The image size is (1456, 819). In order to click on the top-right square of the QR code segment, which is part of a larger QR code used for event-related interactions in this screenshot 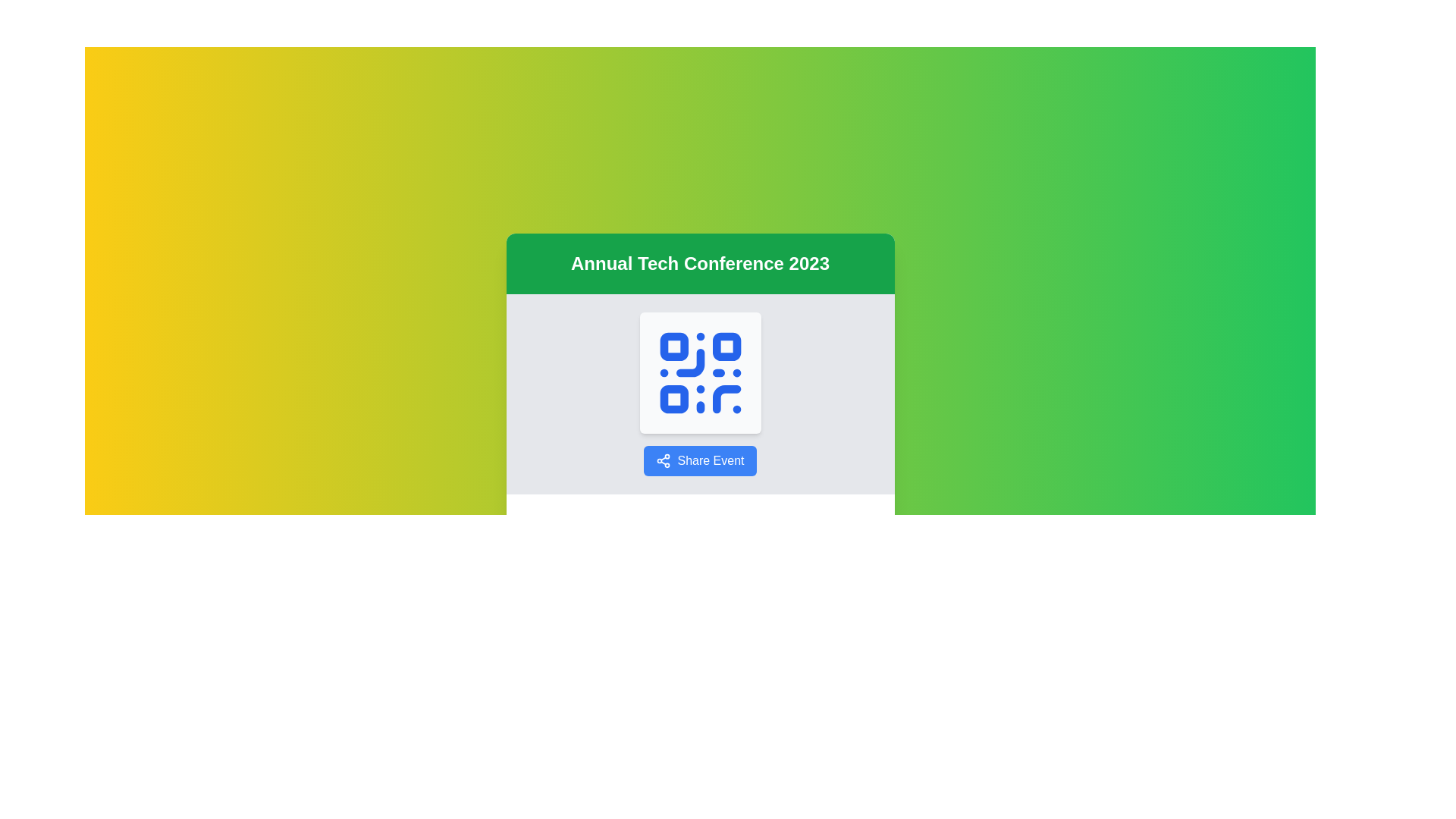, I will do `click(726, 347)`.